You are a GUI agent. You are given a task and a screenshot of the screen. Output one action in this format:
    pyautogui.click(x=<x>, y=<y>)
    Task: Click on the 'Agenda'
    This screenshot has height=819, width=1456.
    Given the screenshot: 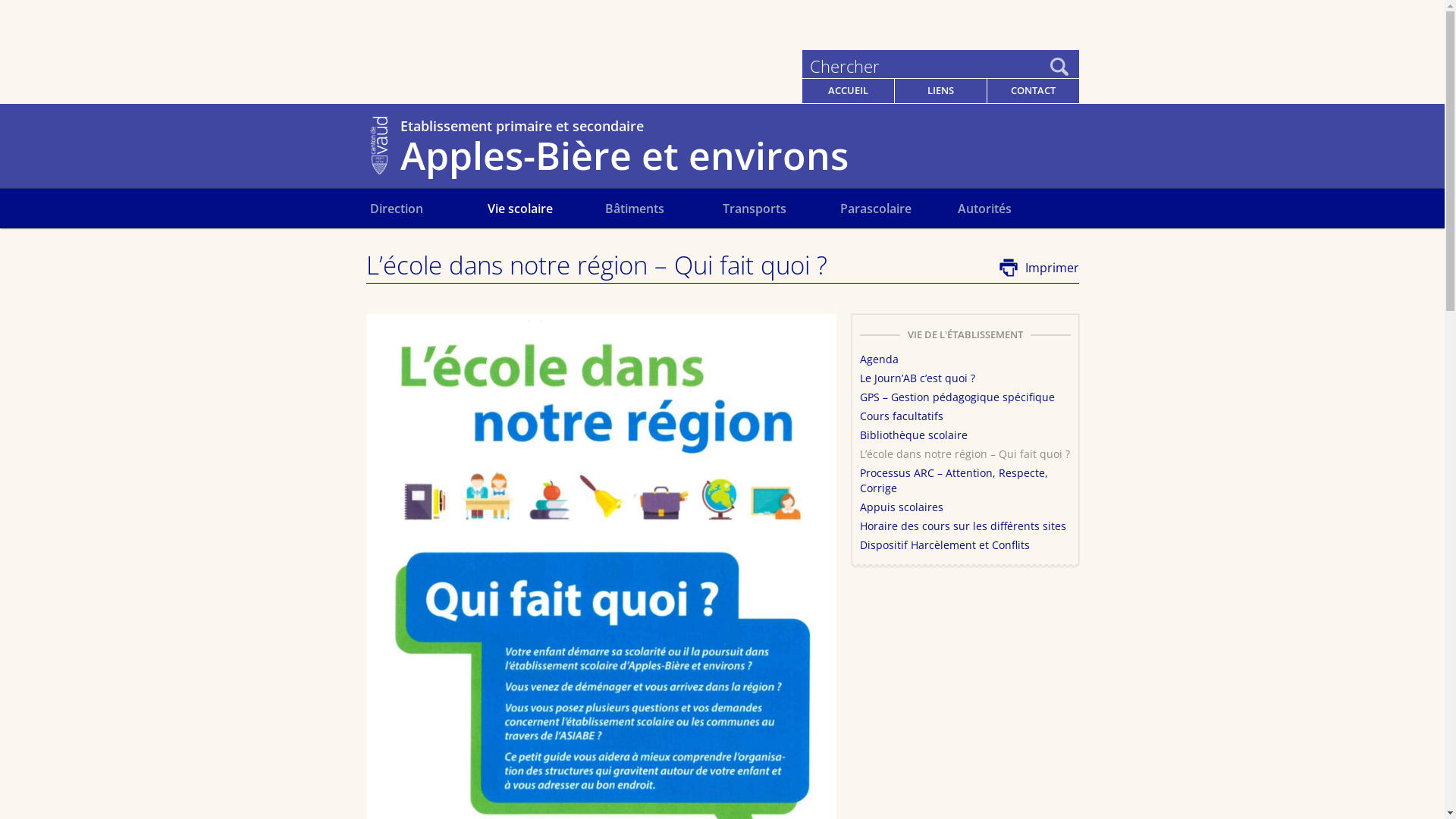 What is the action you would take?
    pyautogui.click(x=879, y=359)
    